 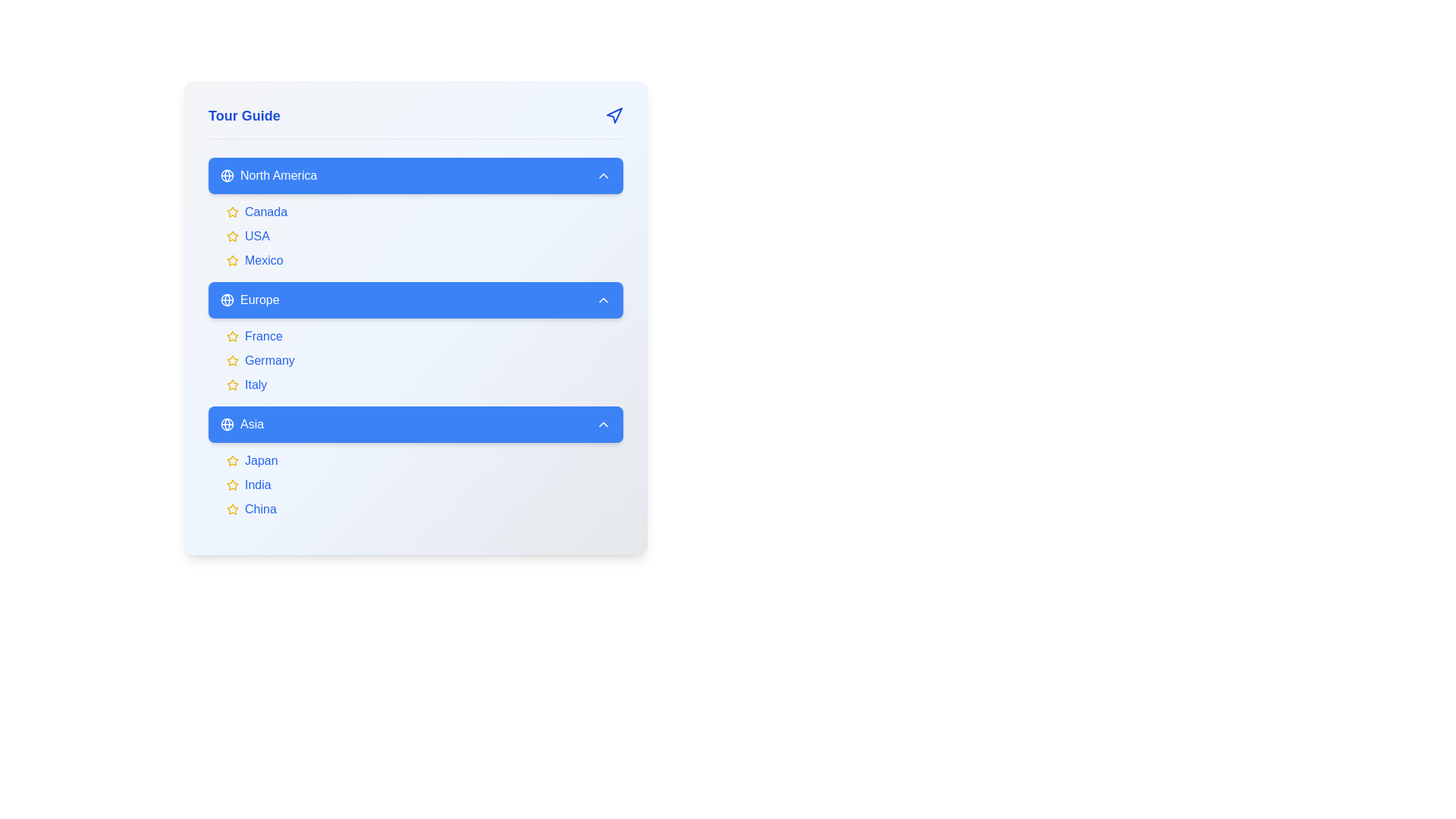 I want to click on the star icon in the 'Europe' section next to the 'France' list item, so click(x=232, y=335).